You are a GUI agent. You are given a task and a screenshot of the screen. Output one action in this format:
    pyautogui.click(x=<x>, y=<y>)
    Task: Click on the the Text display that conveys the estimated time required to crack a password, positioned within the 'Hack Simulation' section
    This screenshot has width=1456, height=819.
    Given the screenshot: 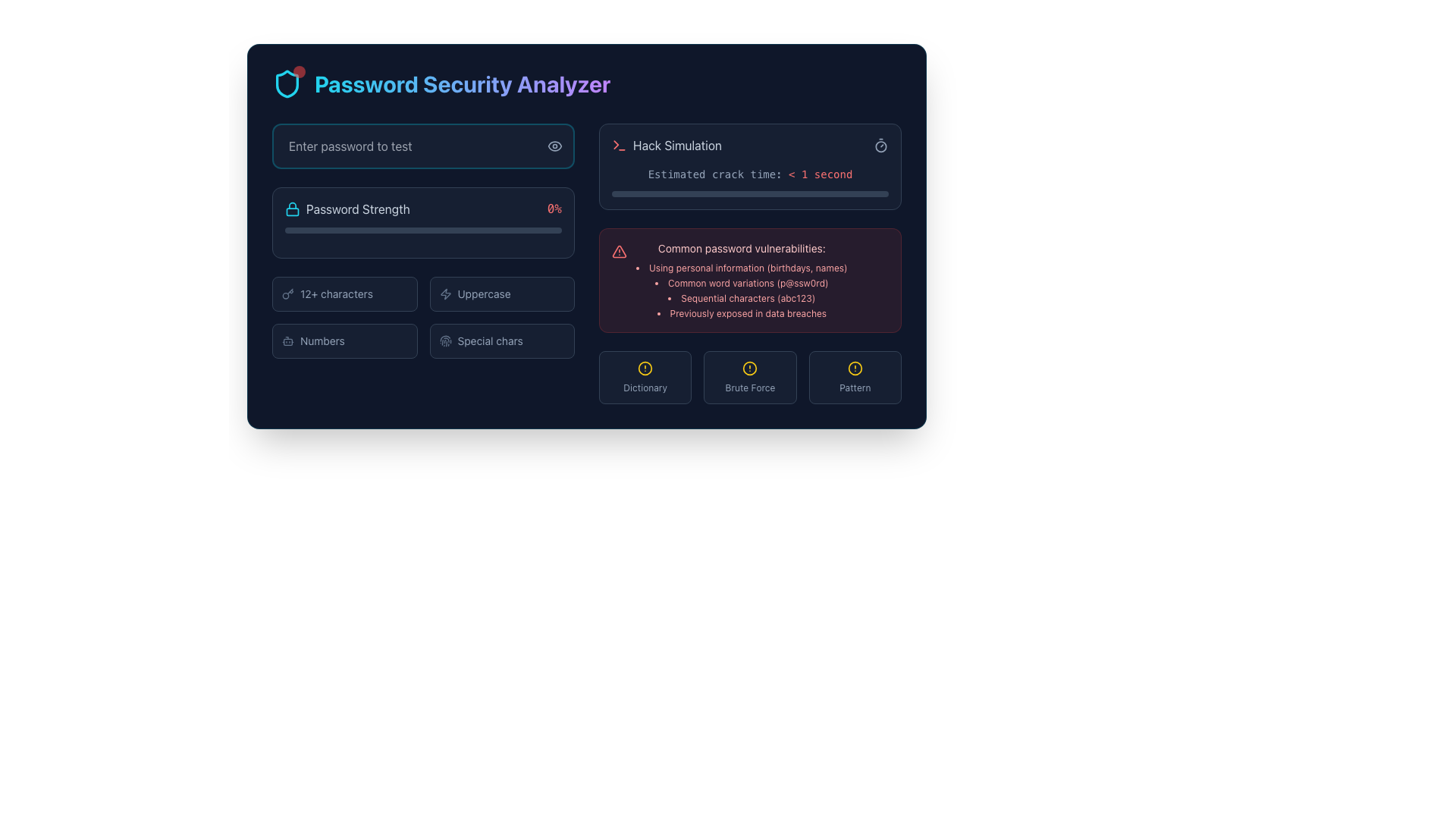 What is the action you would take?
    pyautogui.click(x=750, y=174)
    